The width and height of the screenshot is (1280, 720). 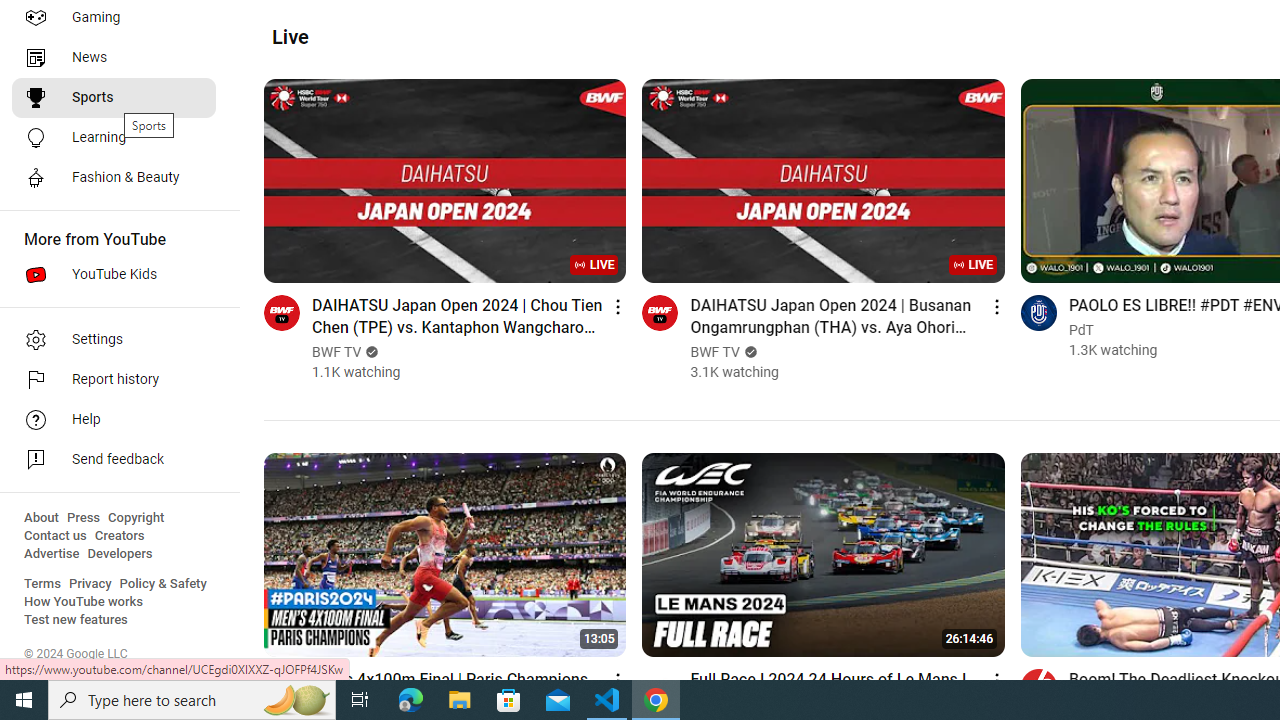 I want to click on 'Contact us', so click(x=55, y=535).